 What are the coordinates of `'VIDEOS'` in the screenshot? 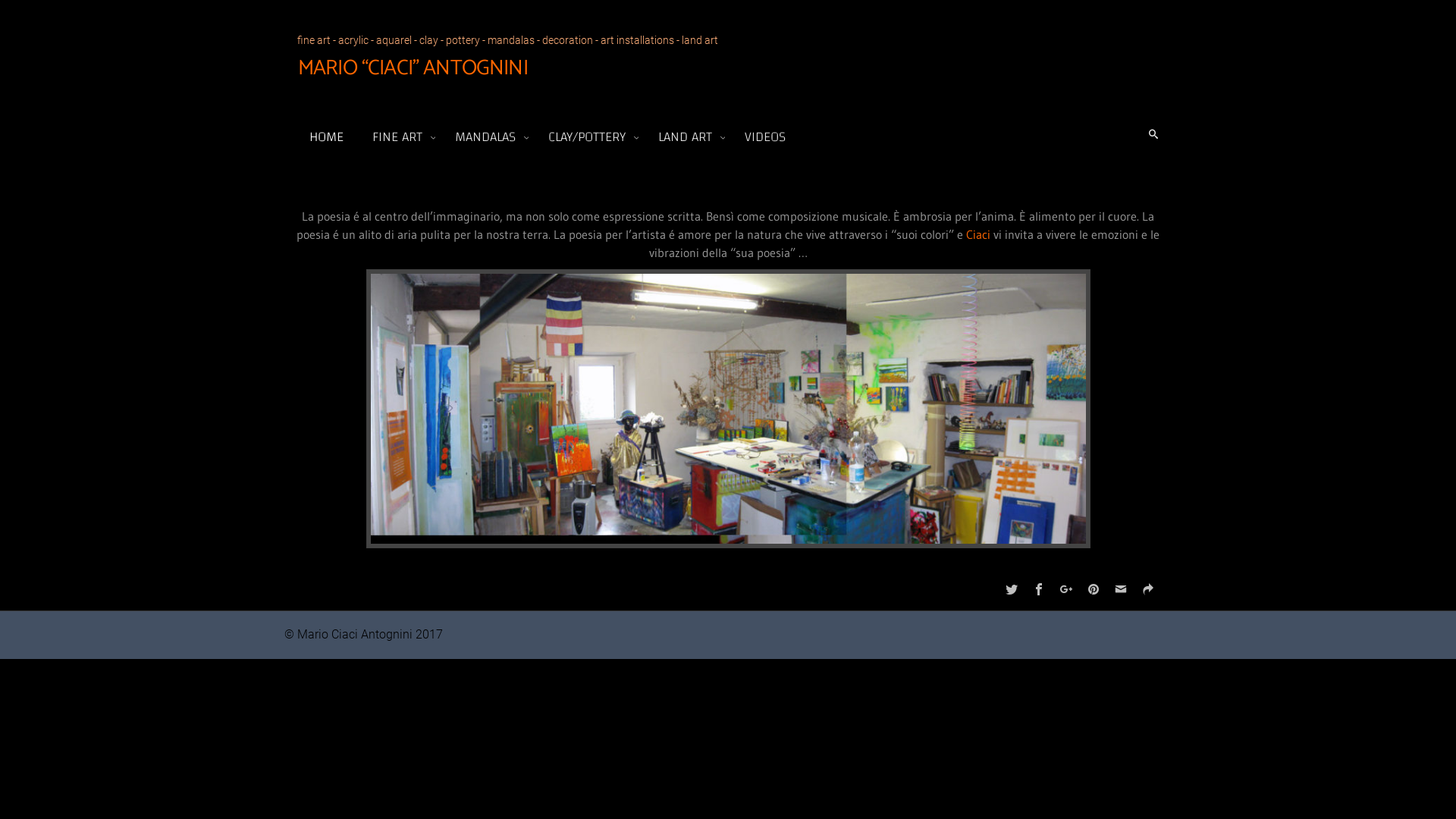 It's located at (765, 136).